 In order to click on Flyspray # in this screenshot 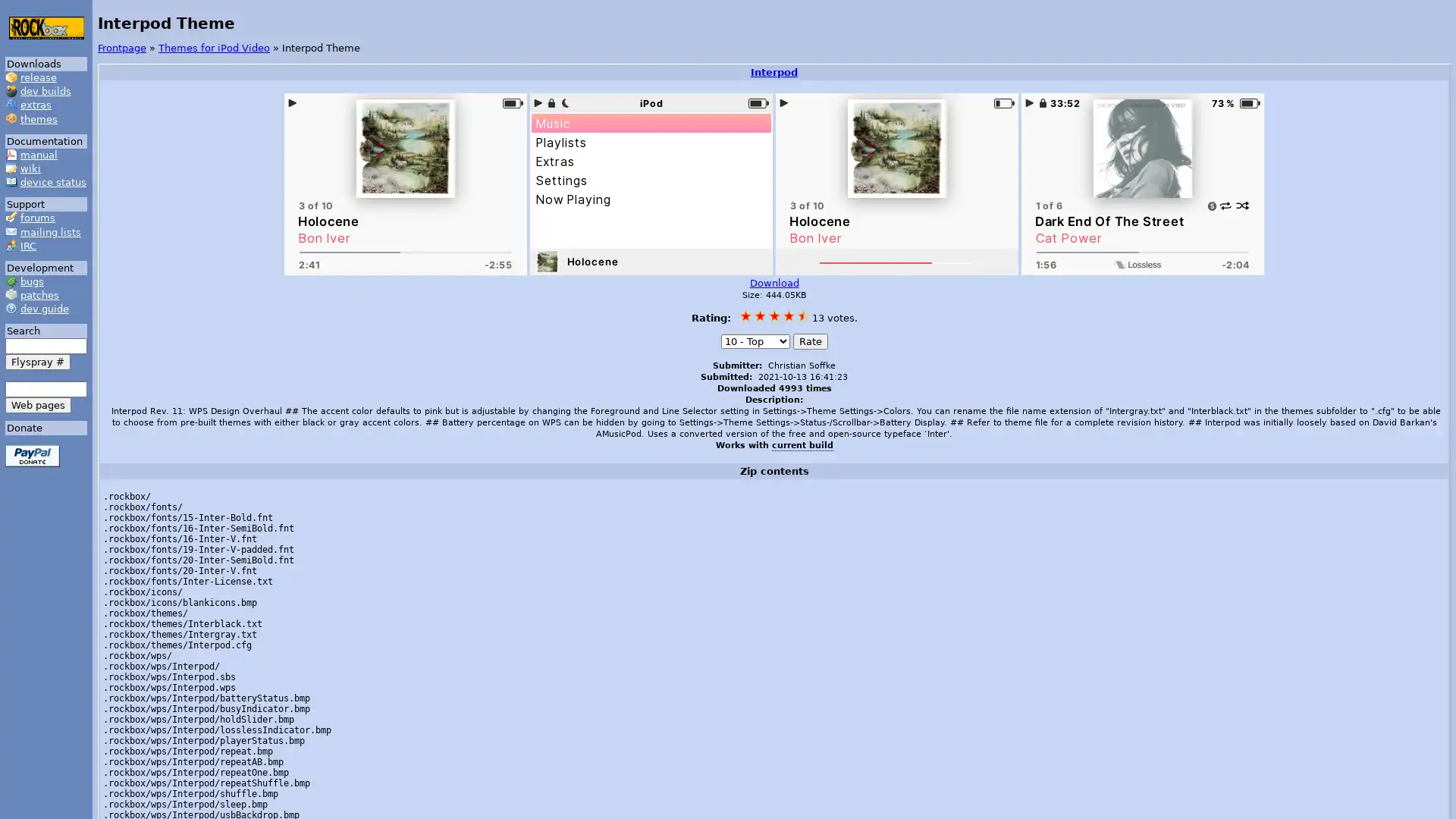, I will do `click(37, 362)`.